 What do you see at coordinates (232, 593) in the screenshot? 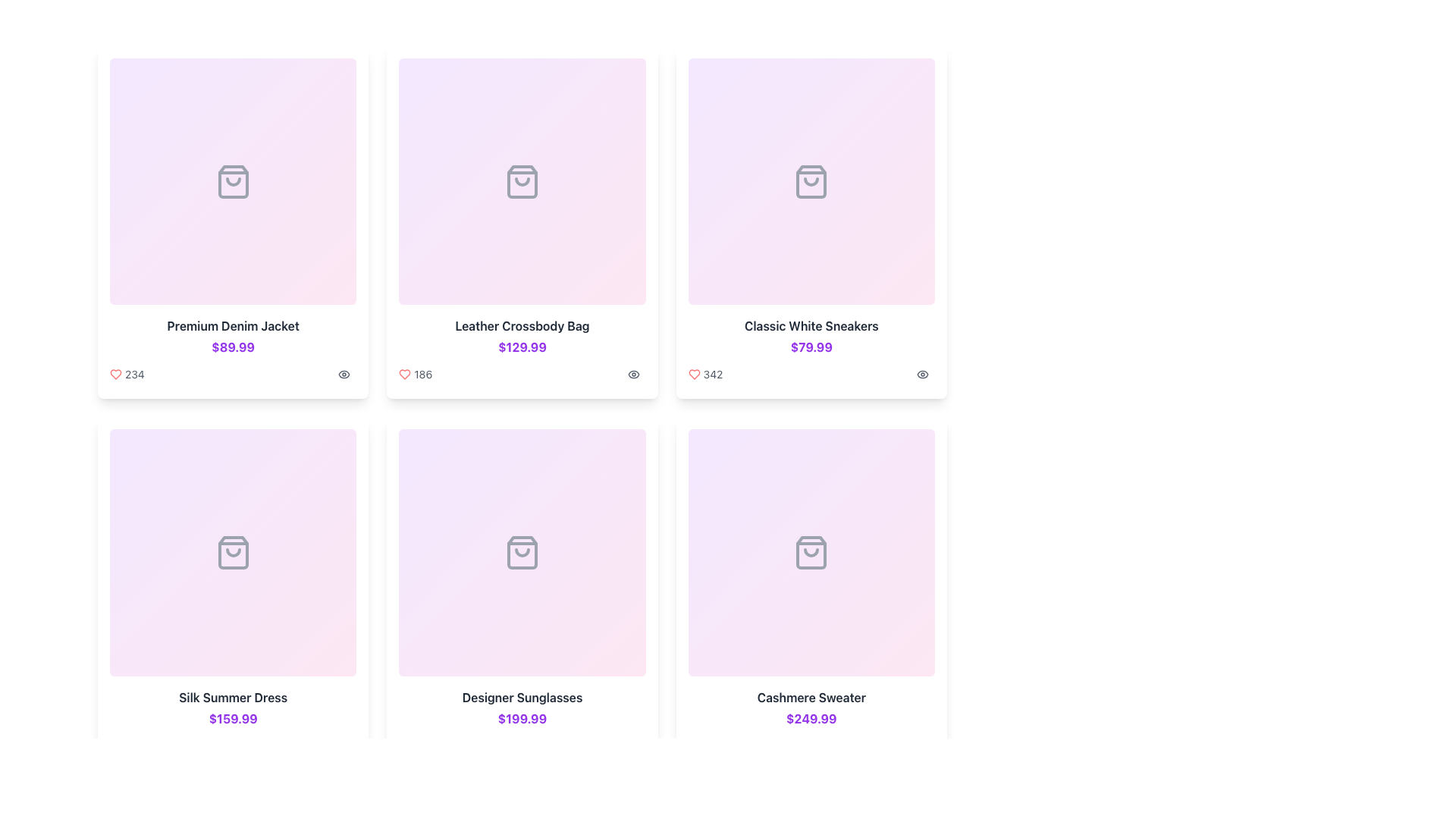
I see `the product showcase card for 'Silk Summer Dress' located in the second row, first column of the grid layout` at bounding box center [232, 593].